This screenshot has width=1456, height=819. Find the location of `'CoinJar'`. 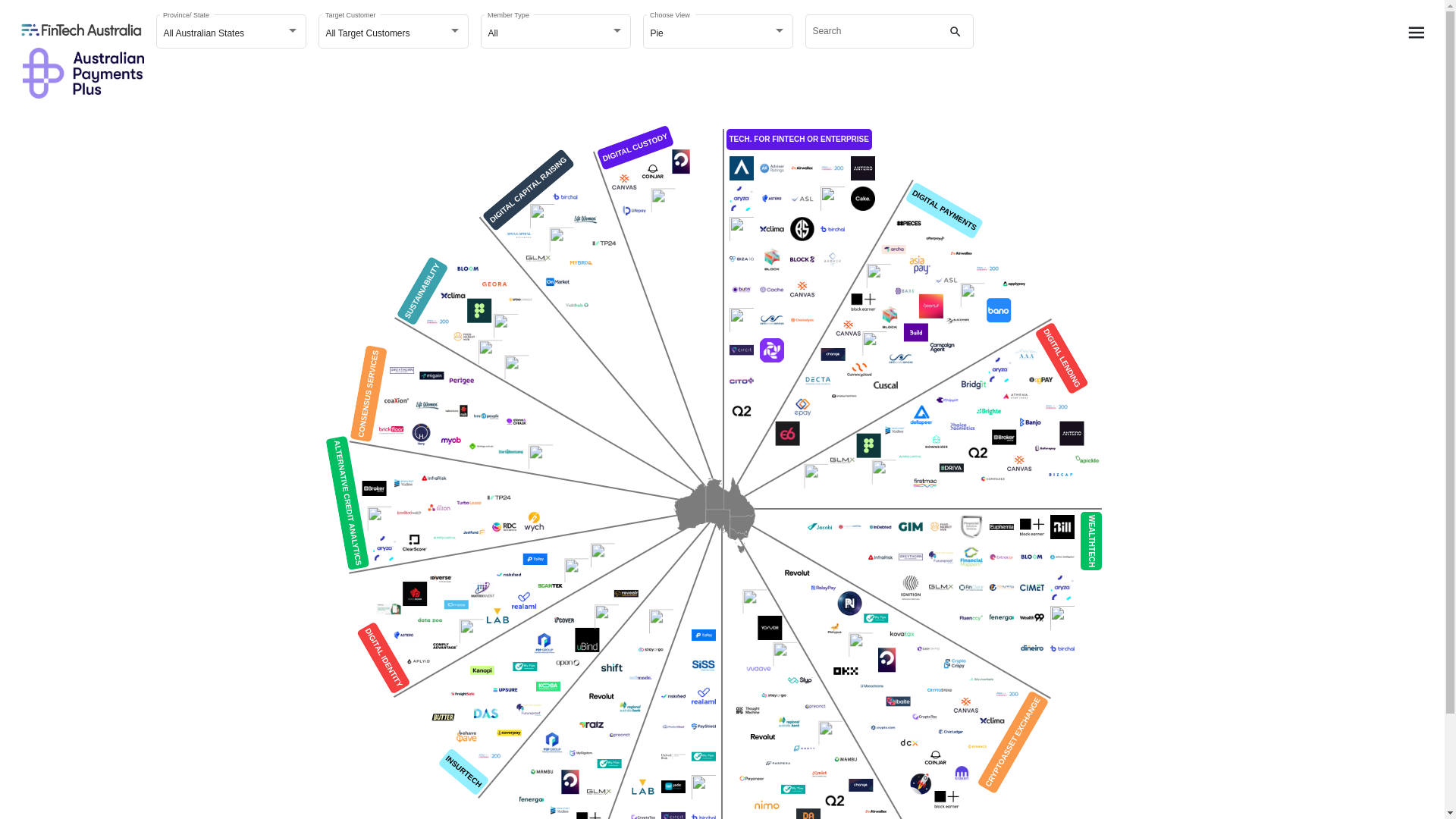

'CoinJar' is located at coordinates (651, 171).